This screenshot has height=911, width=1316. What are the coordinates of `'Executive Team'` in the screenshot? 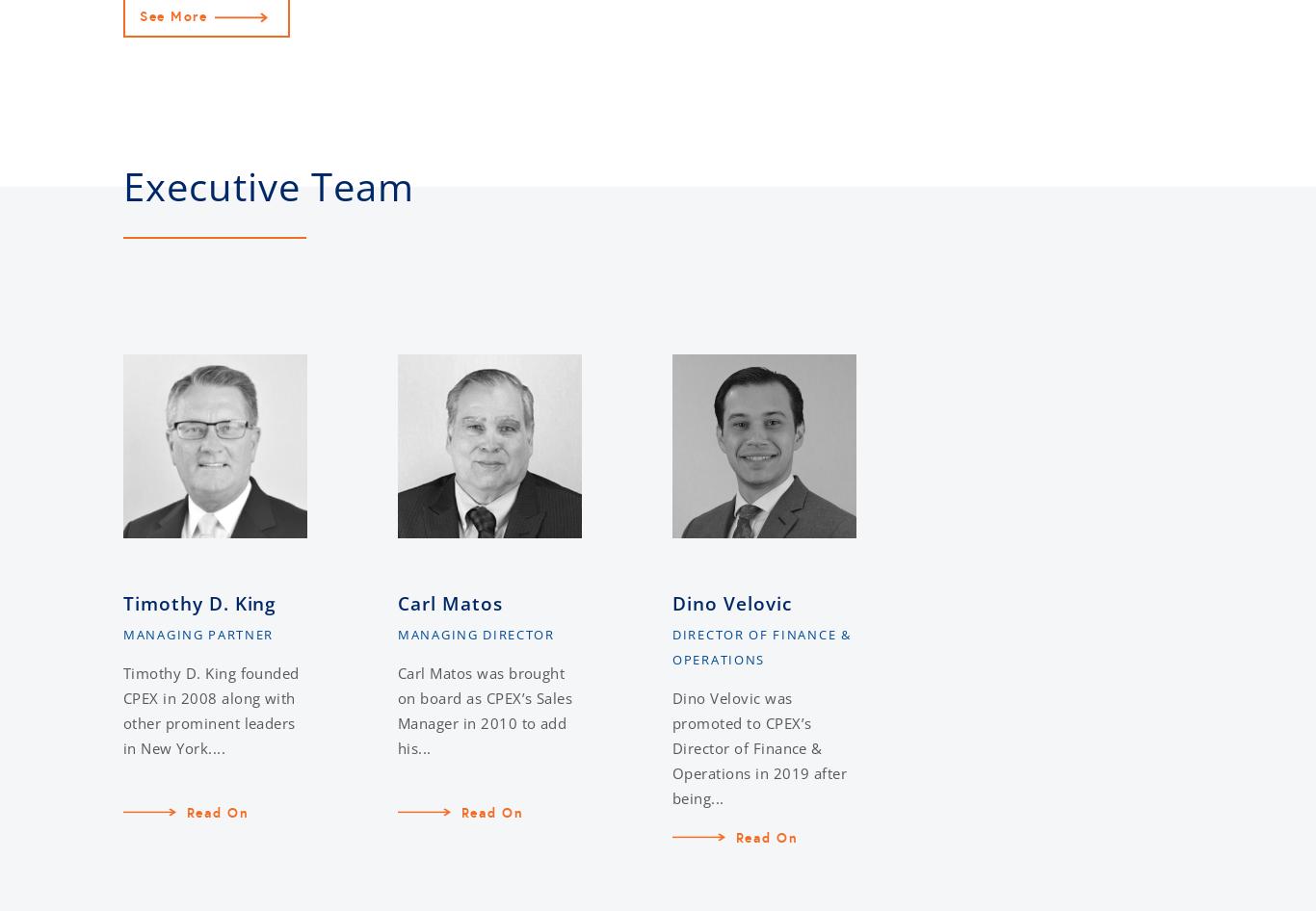 It's located at (268, 186).